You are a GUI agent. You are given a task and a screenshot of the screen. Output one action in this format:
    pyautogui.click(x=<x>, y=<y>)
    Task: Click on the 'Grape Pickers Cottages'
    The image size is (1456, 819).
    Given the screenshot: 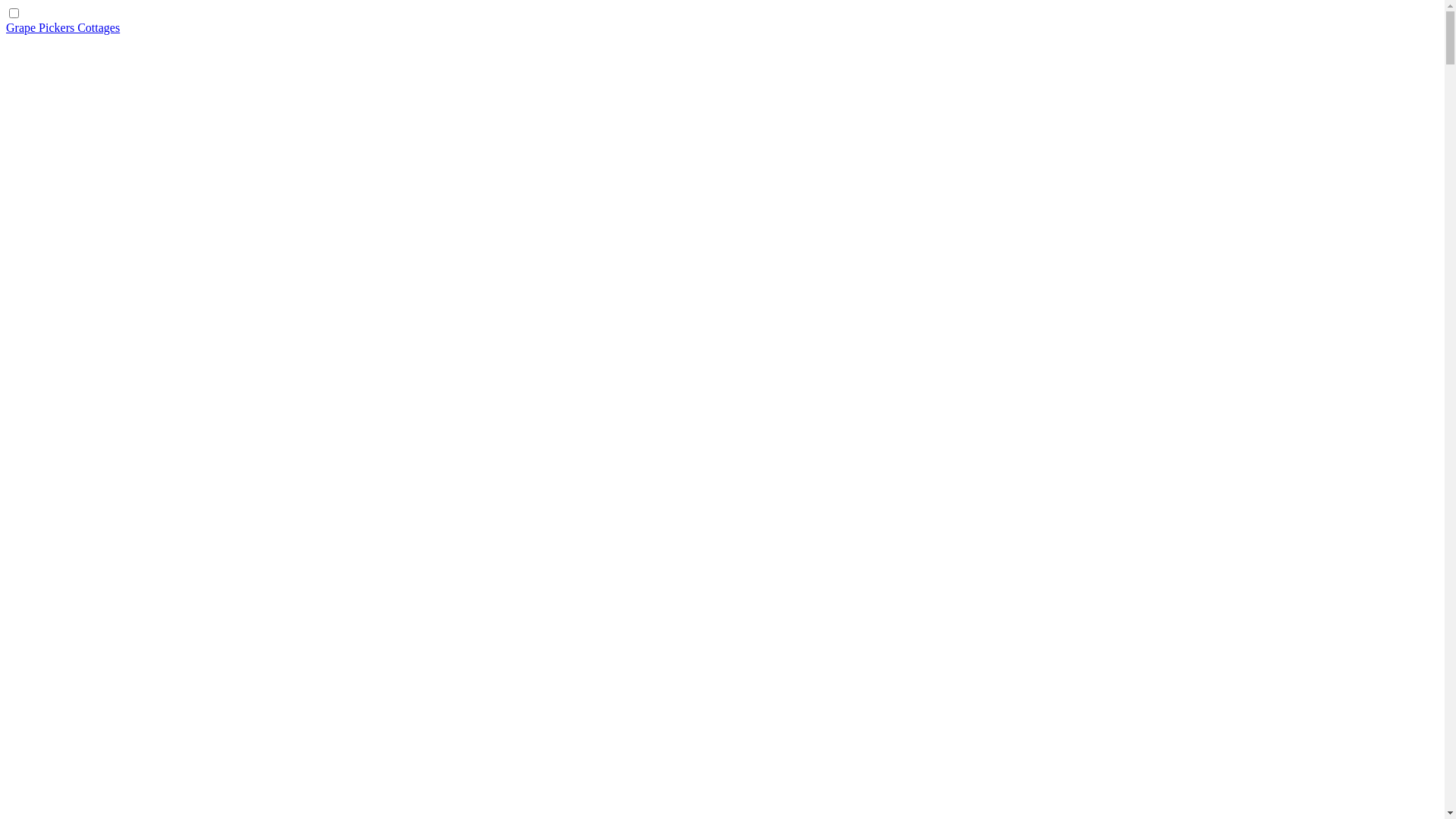 What is the action you would take?
    pyautogui.click(x=61, y=27)
    